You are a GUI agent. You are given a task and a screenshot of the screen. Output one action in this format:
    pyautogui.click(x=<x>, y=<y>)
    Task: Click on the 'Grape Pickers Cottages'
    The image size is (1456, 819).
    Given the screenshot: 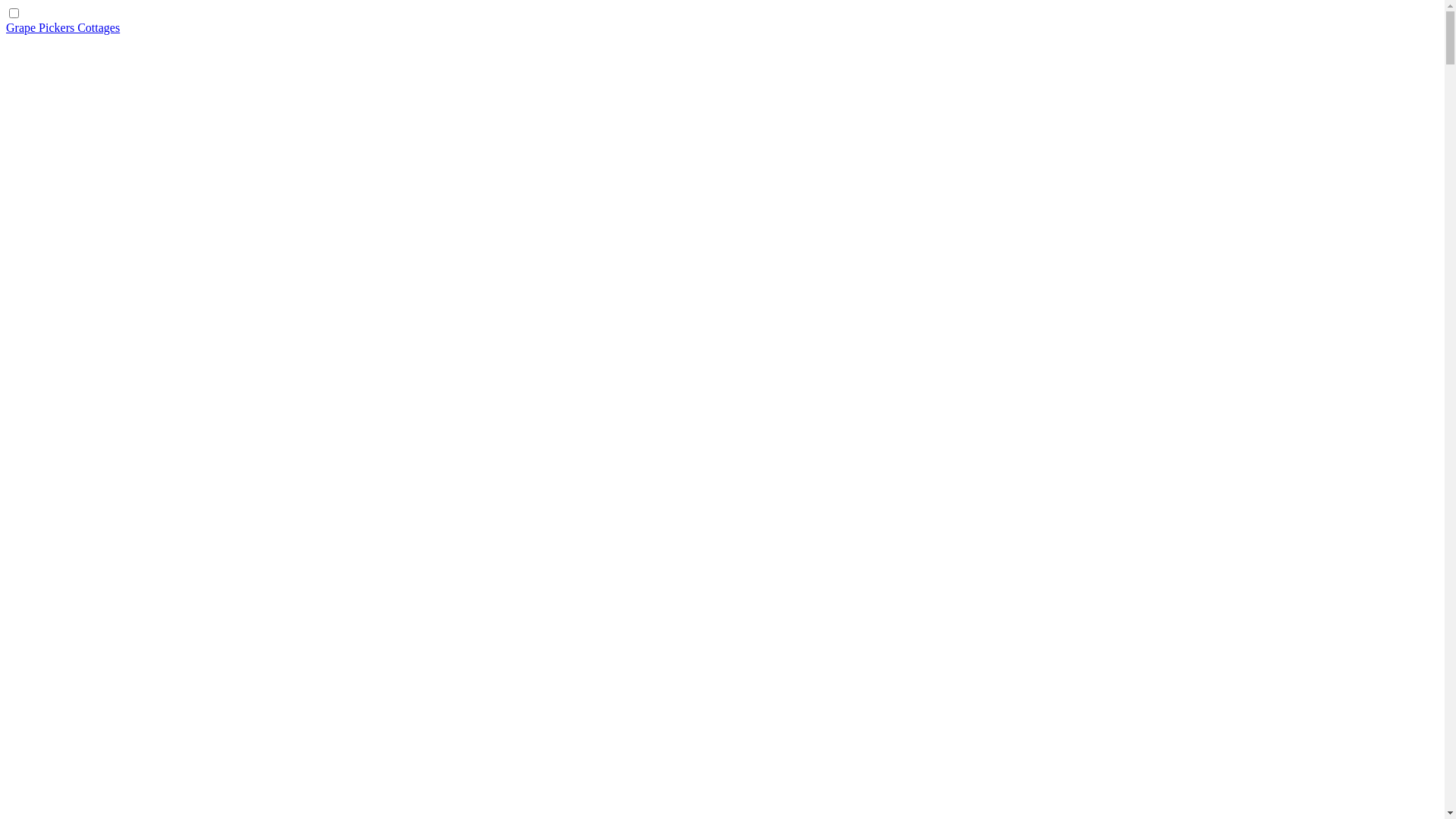 What is the action you would take?
    pyautogui.click(x=61, y=27)
    